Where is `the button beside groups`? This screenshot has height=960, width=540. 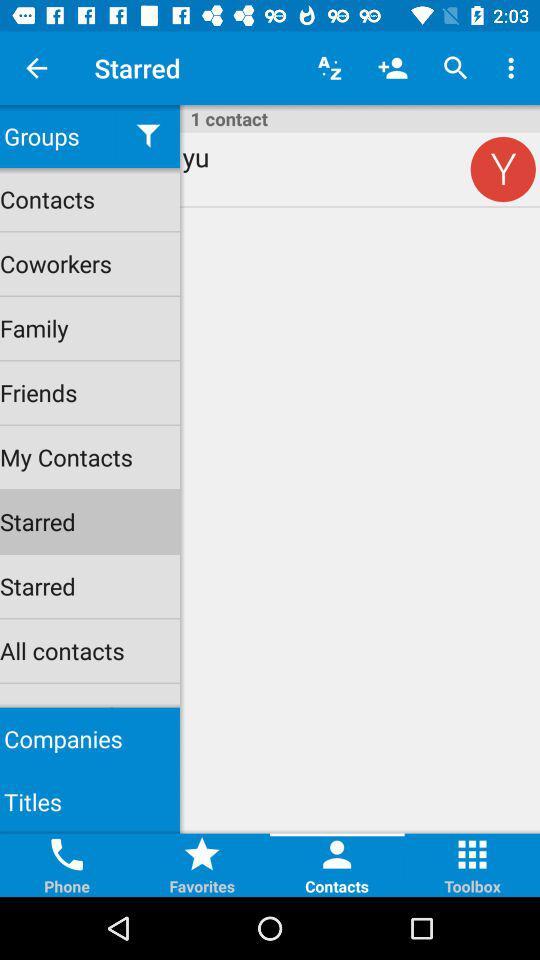
the button beside groups is located at coordinates (147, 135).